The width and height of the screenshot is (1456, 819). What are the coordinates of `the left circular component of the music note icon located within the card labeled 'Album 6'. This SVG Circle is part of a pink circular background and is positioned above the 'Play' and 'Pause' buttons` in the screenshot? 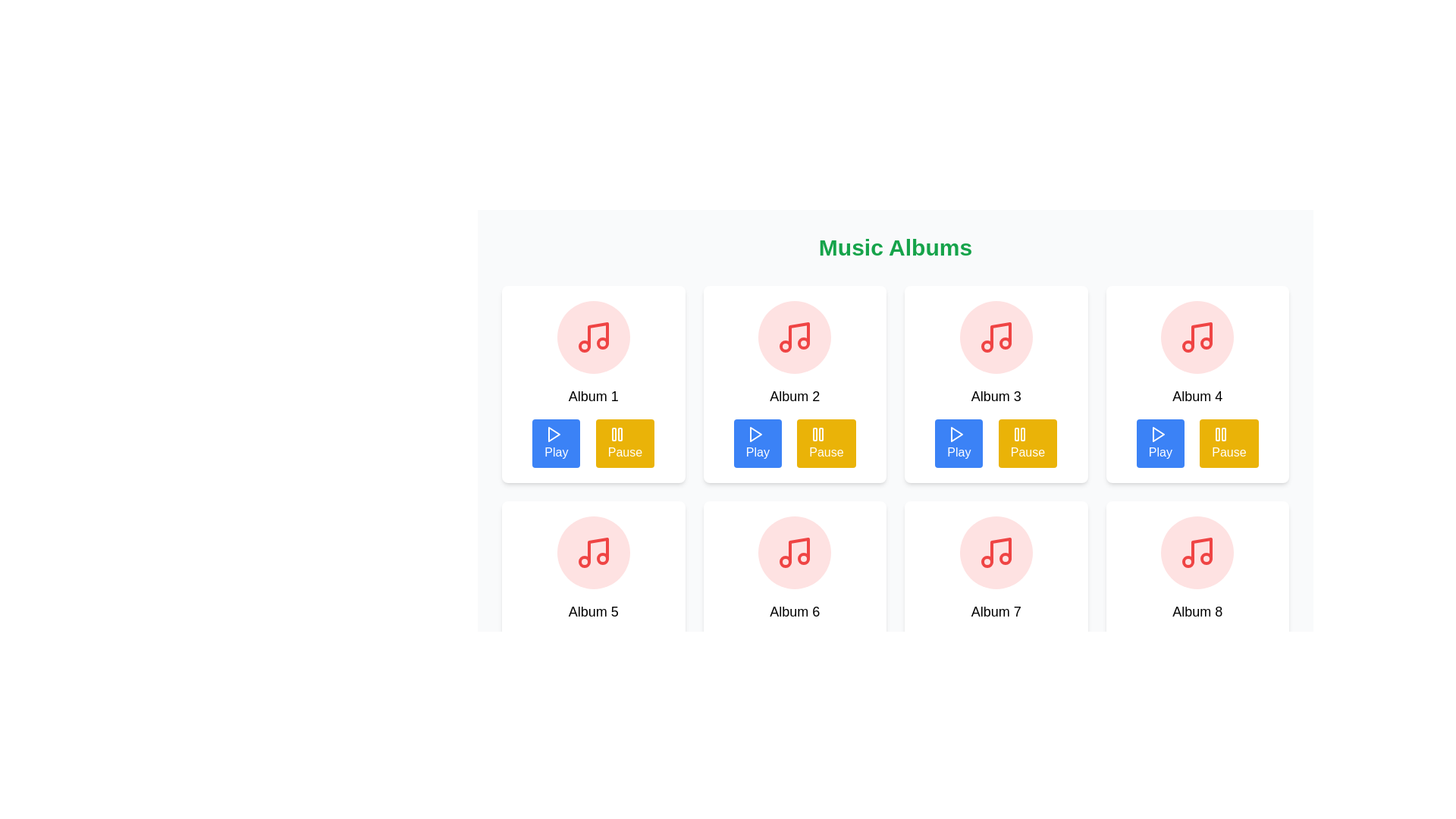 It's located at (786, 561).